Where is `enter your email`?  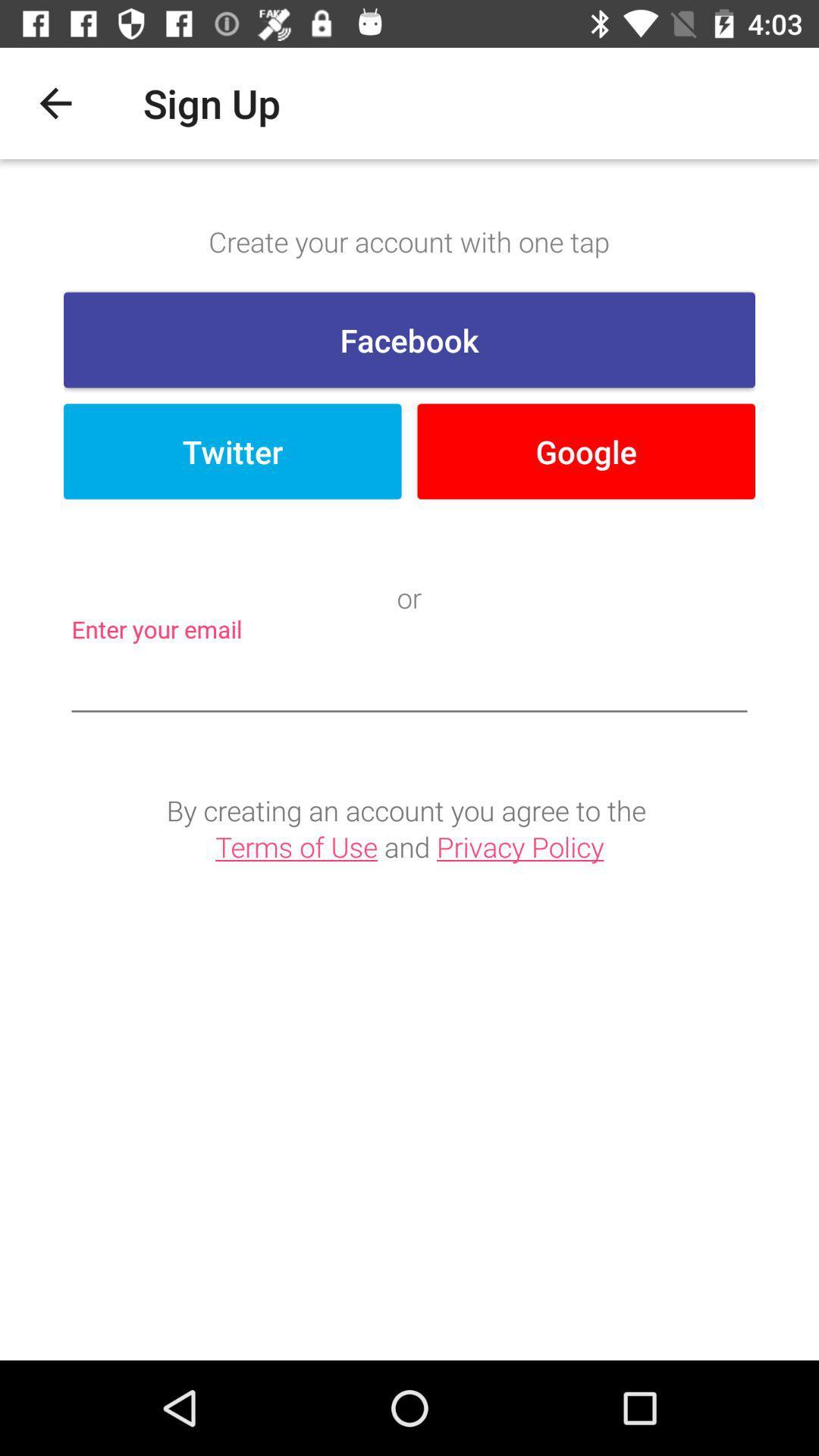
enter your email is located at coordinates (409, 682).